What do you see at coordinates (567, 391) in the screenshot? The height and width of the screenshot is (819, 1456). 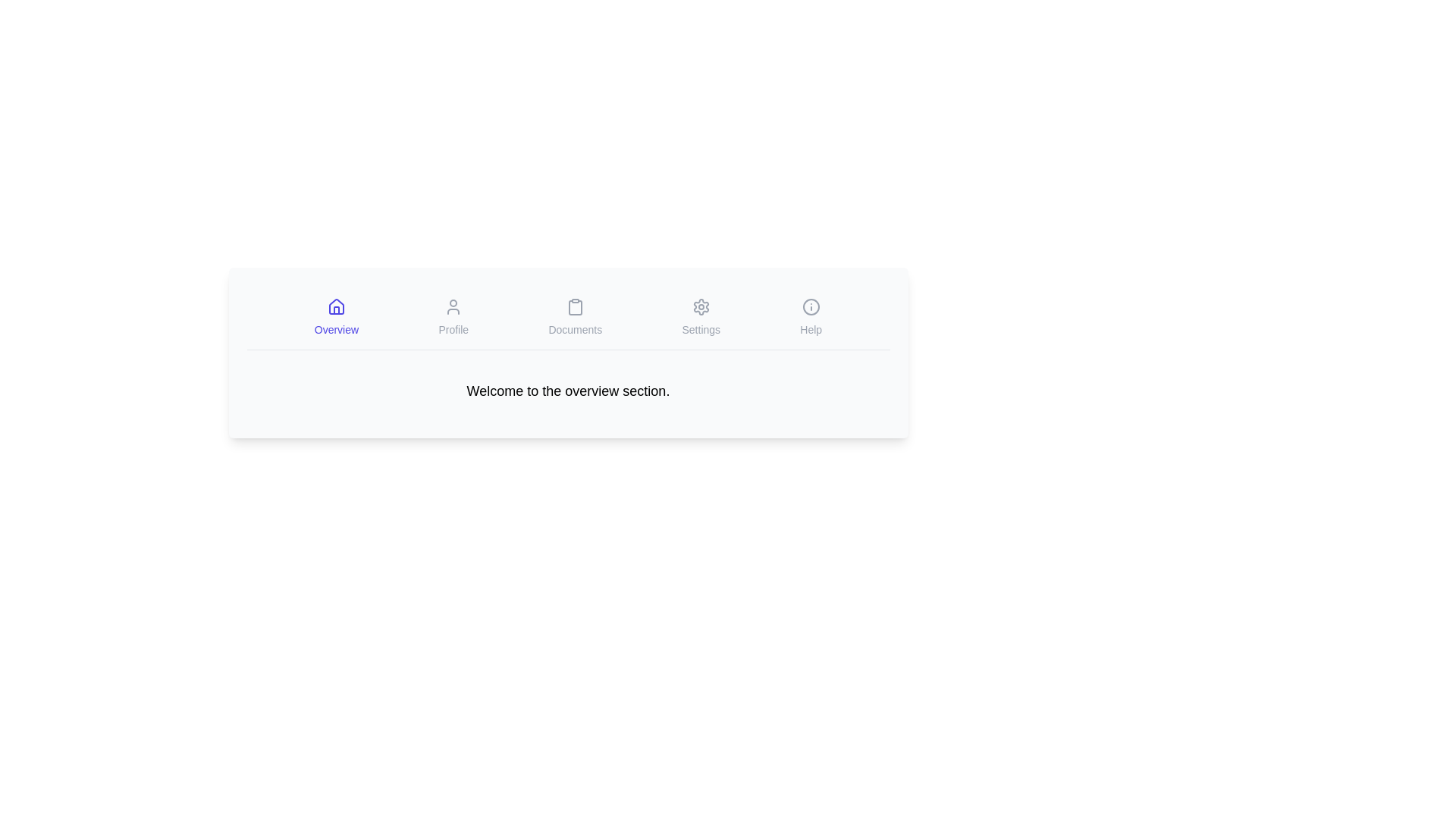 I see `the text label that displays a greeting or introductory message located beneath the navigation options in the header layout` at bounding box center [567, 391].